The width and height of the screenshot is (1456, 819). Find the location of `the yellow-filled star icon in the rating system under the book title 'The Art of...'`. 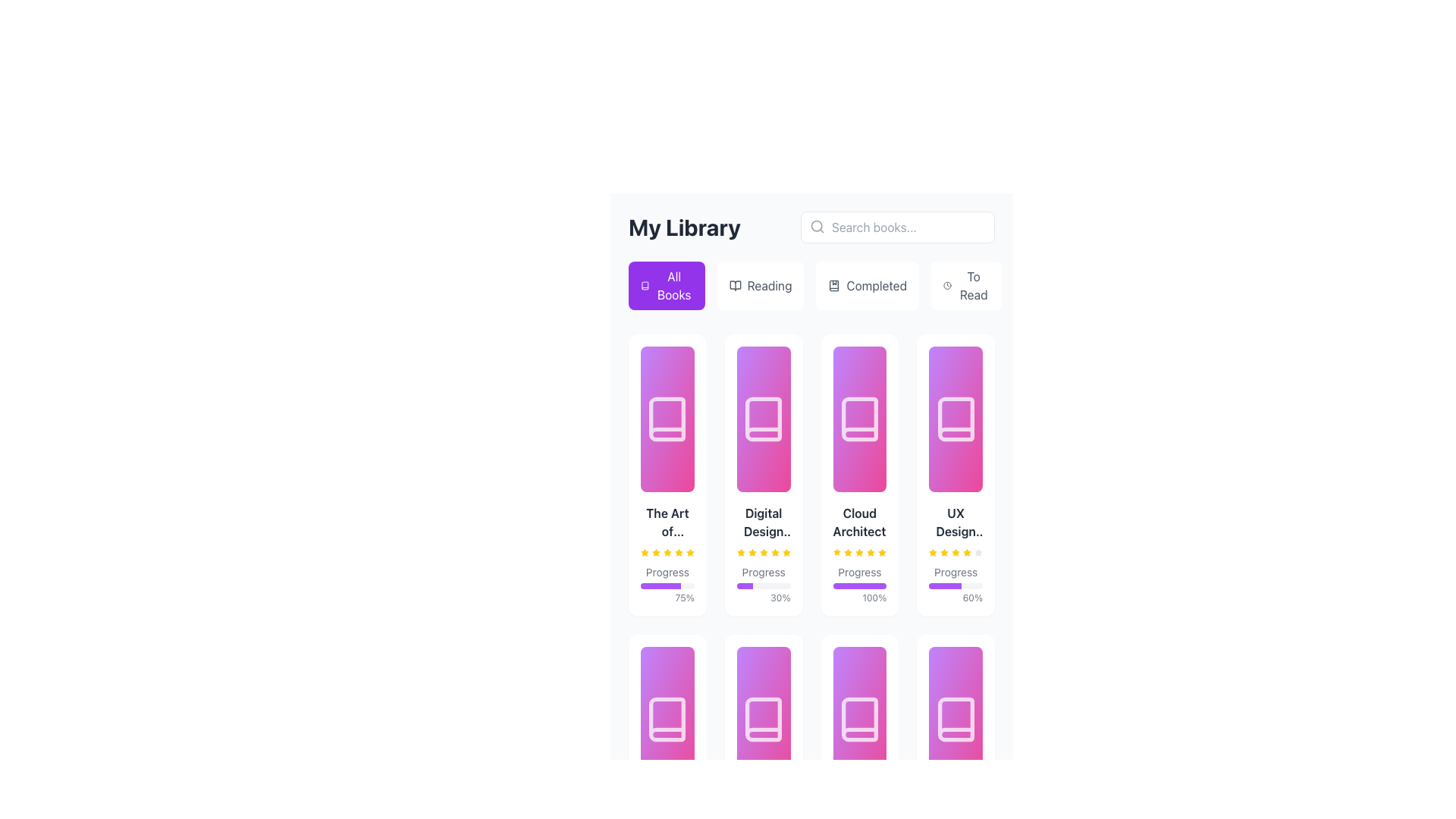

the yellow-filled star icon in the rating system under the book title 'The Art of...' is located at coordinates (689, 552).